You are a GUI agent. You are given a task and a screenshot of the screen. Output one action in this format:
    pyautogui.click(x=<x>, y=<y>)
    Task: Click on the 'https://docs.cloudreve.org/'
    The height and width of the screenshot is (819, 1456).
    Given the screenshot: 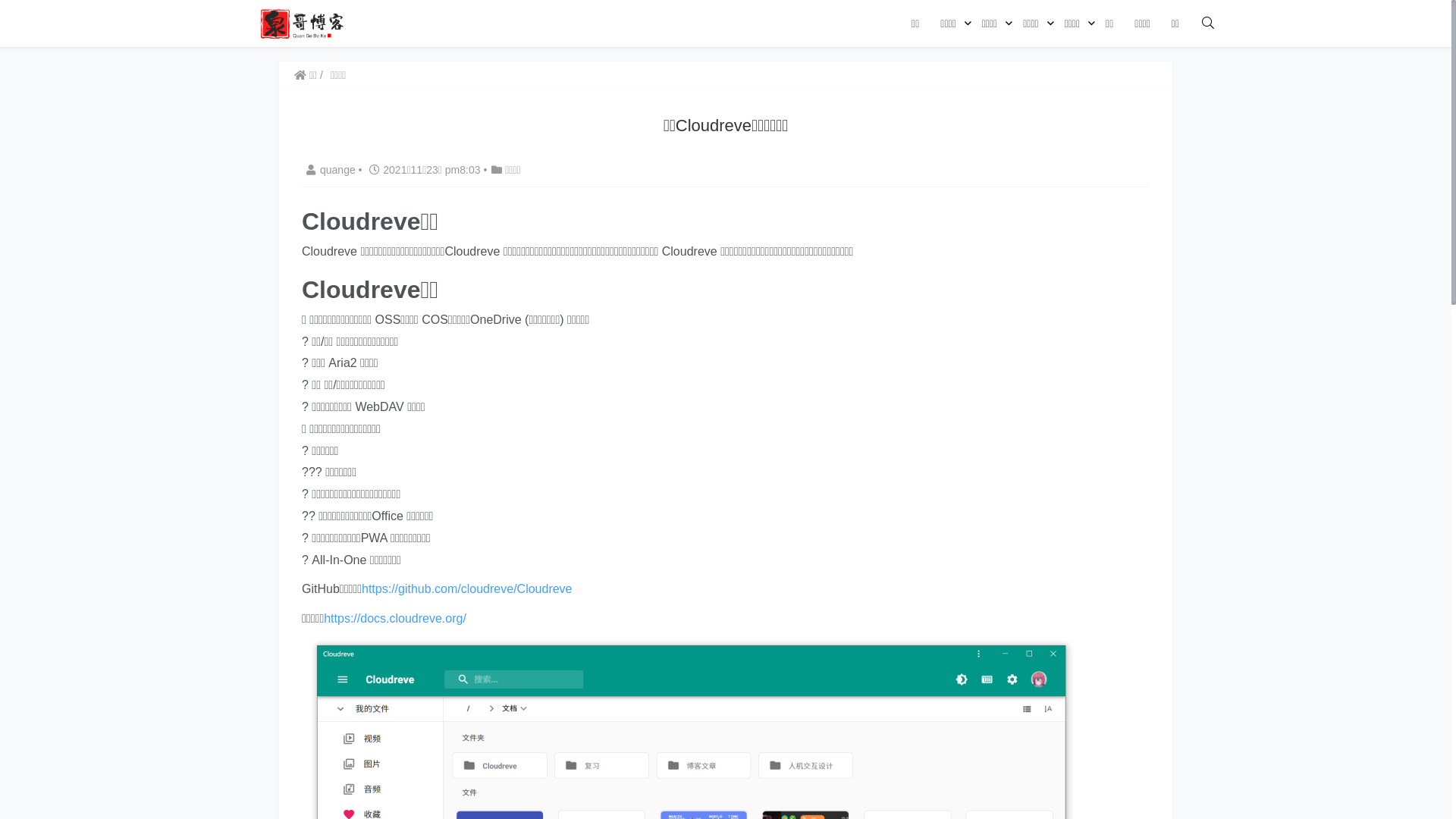 What is the action you would take?
    pyautogui.click(x=395, y=618)
    